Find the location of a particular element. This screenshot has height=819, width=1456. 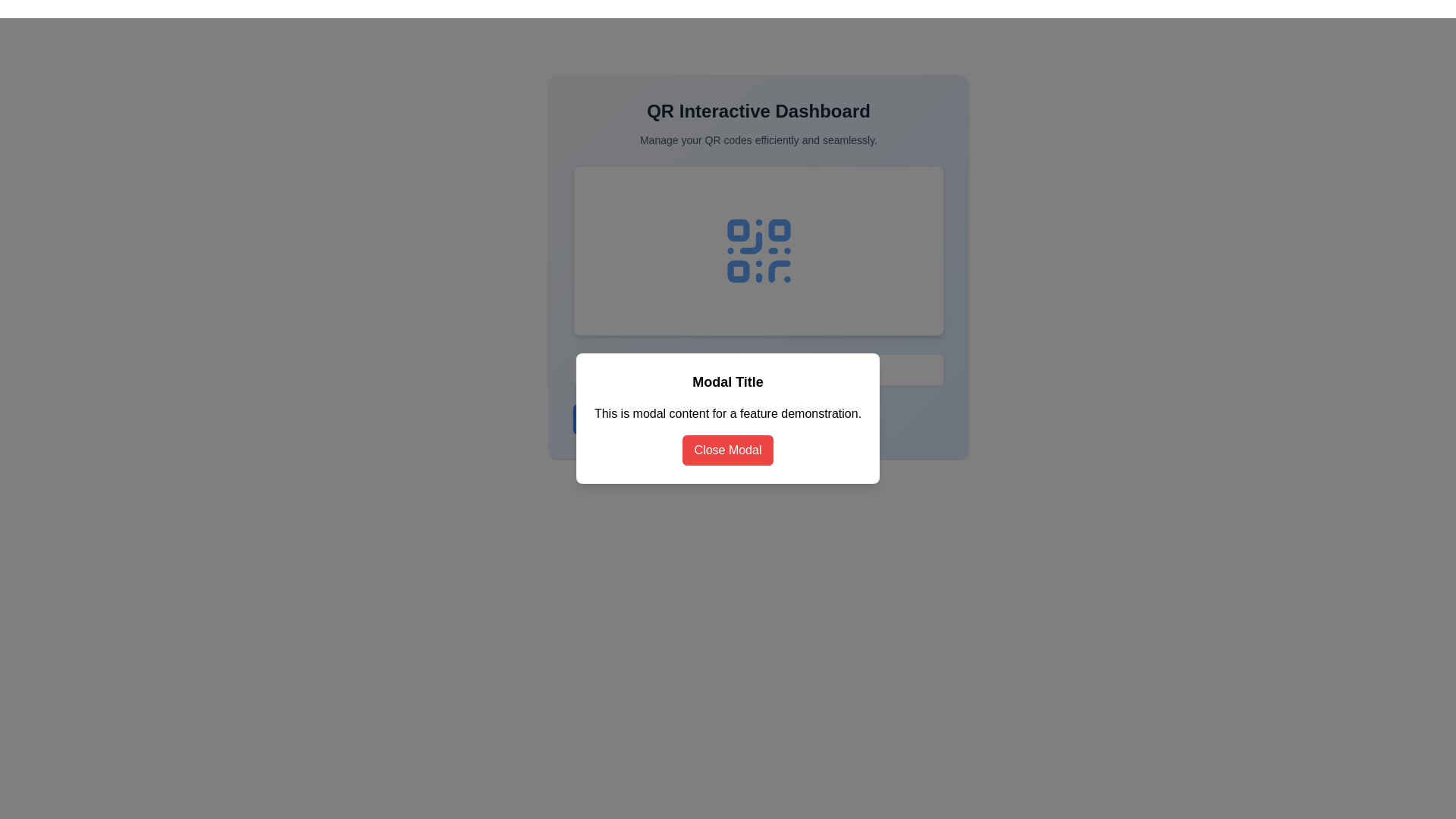

the 'Close Modal' button, which is a rectangular button with a red background and white text, located at the bottom of the modal window is located at coordinates (728, 450).